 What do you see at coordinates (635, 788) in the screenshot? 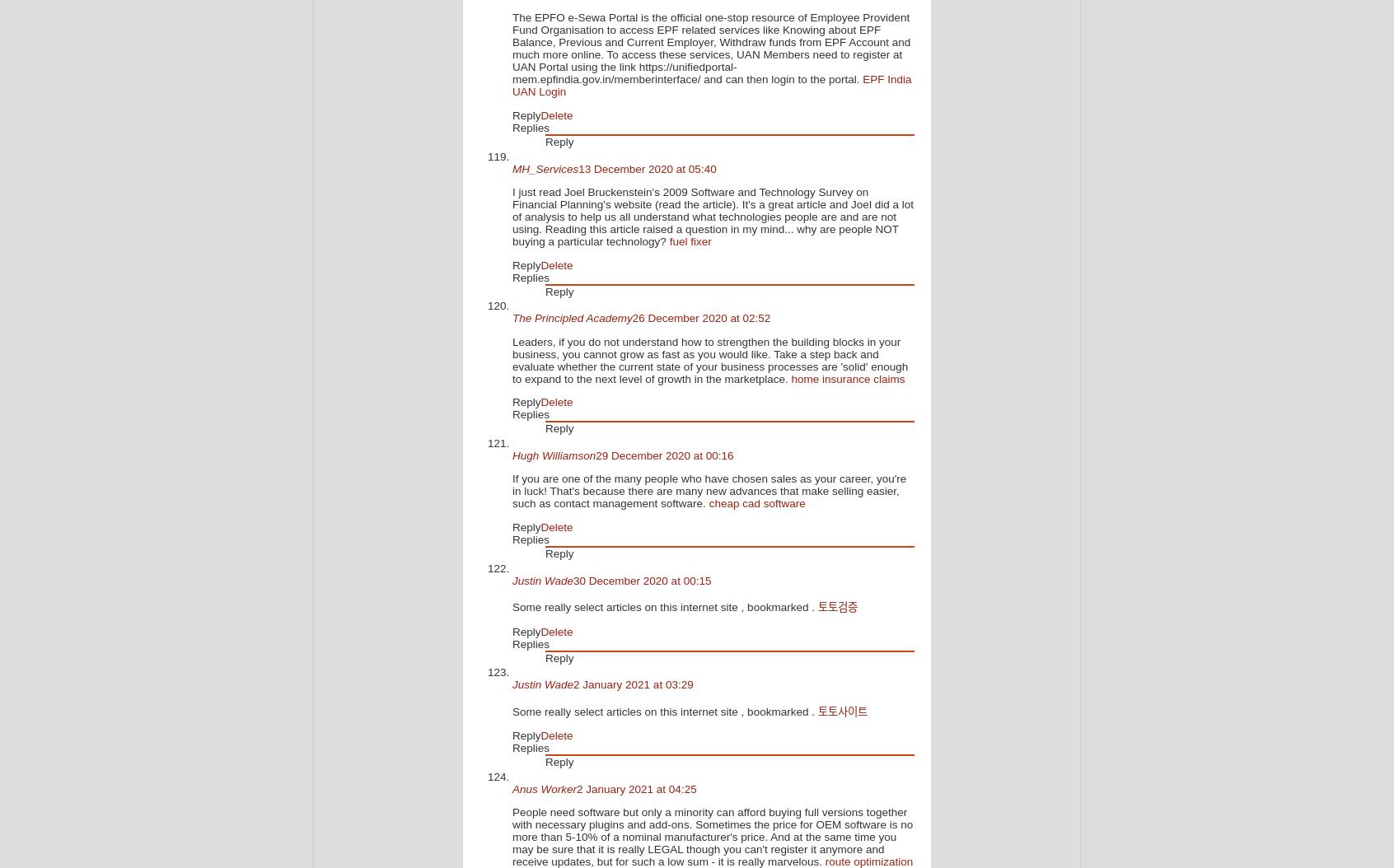
I see `'2 January 2021 at 04:25'` at bounding box center [635, 788].